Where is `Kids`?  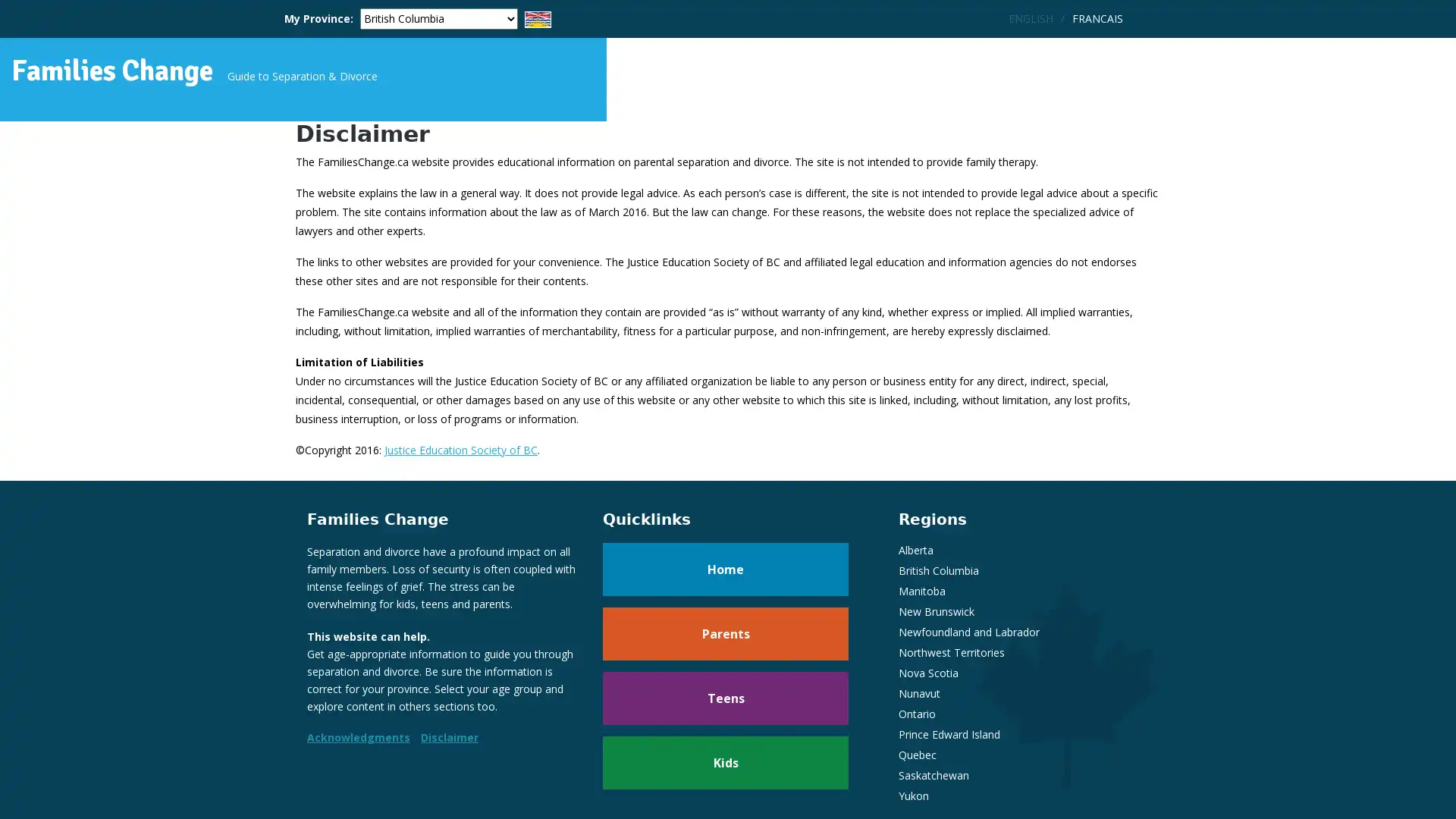 Kids is located at coordinates (724, 778).